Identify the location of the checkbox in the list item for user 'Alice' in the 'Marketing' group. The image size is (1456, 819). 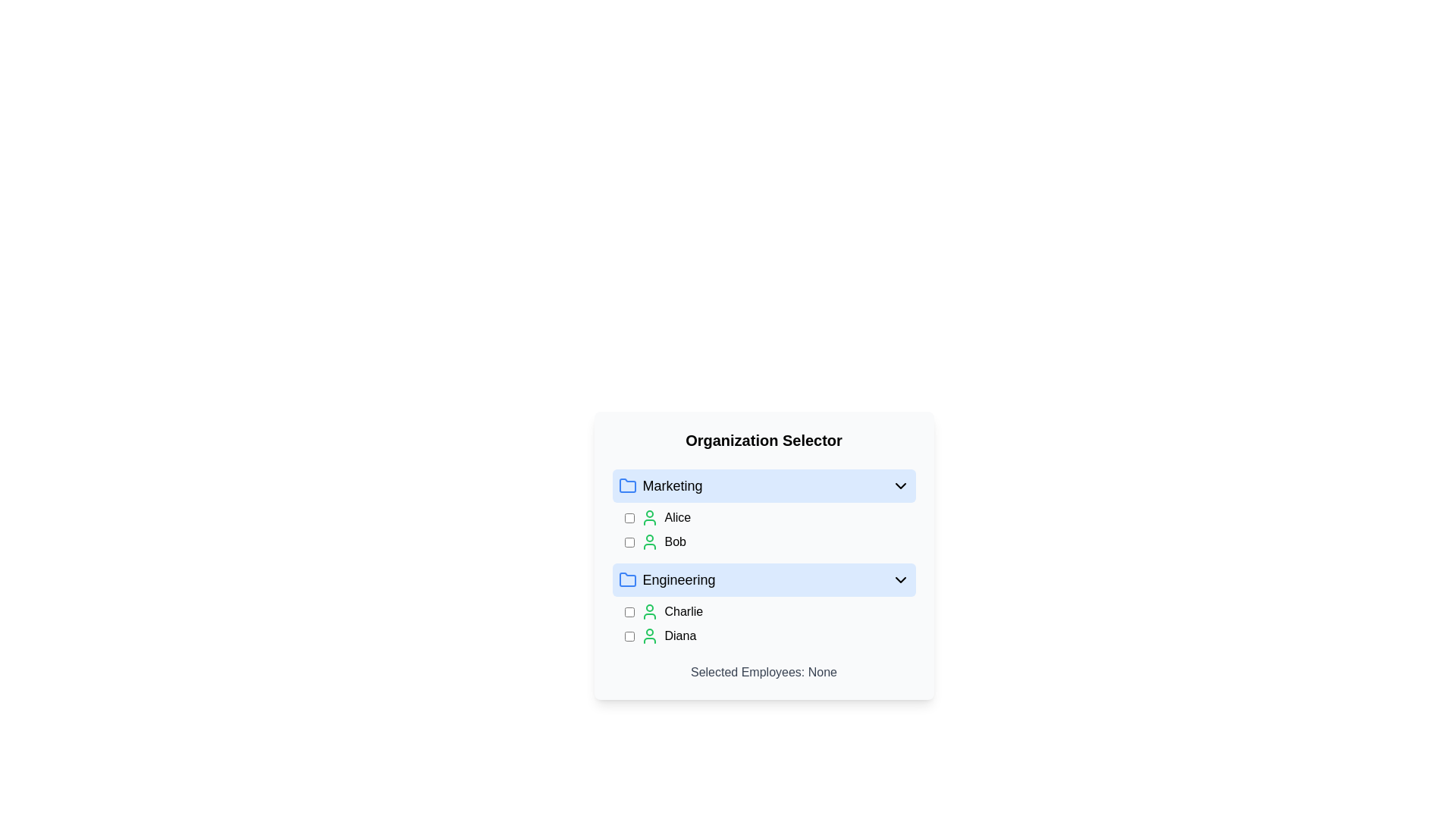
(770, 516).